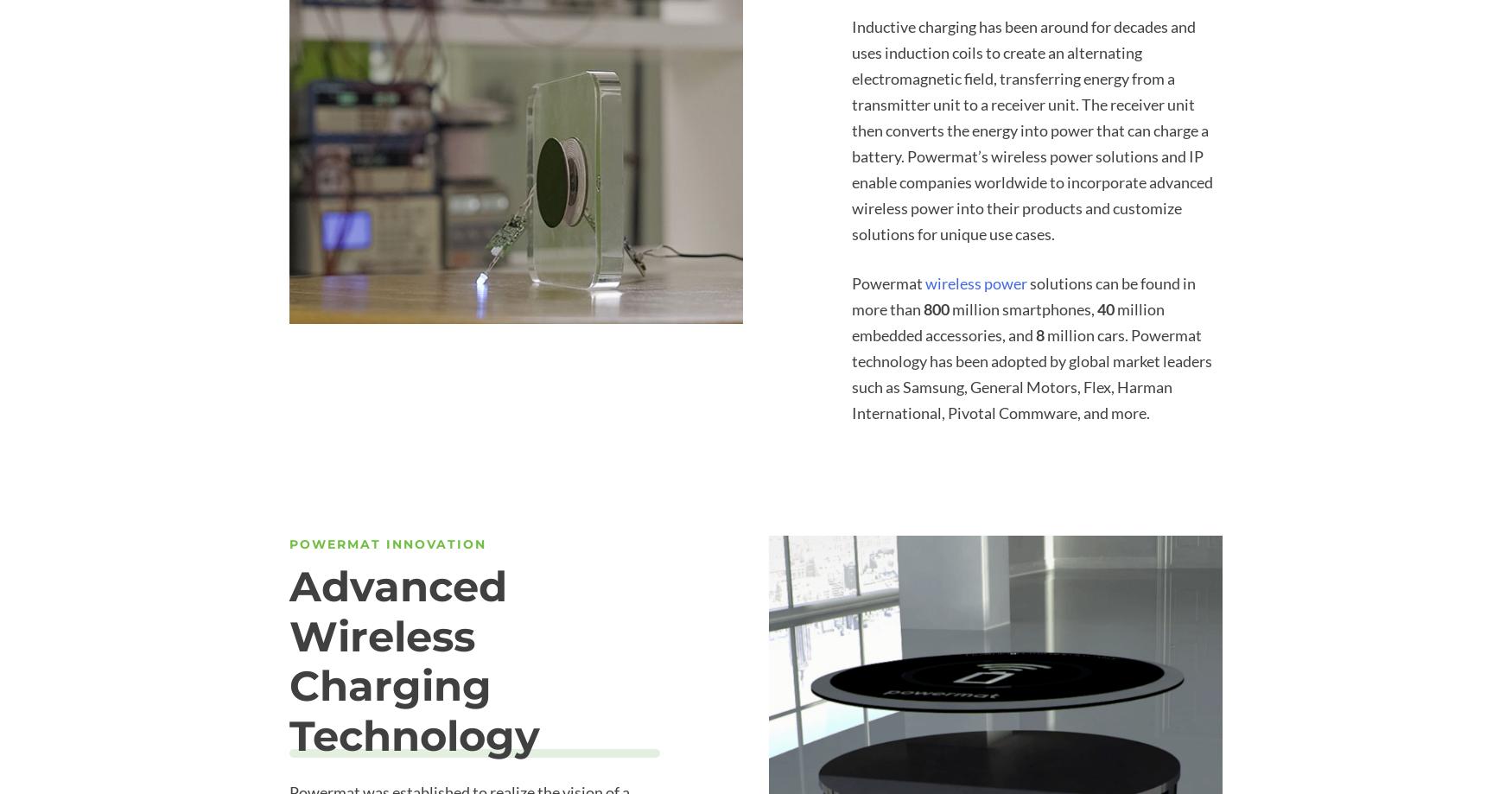 The image size is (1512, 794). What do you see at coordinates (1032, 129) in the screenshot?
I see `'Inductive charging has been around for decades and uses induction coils to create an alternating electromagnetic field, transferring energy from a transmitter unit to a receiver unit. The receiver unit then converts the energy into power that can charge a battery. Powermat’s wireless power solutions and IP enable companies worldwide to incorporate advanced wireless power into their products and customize solutions for unique use cases.'` at bounding box center [1032, 129].